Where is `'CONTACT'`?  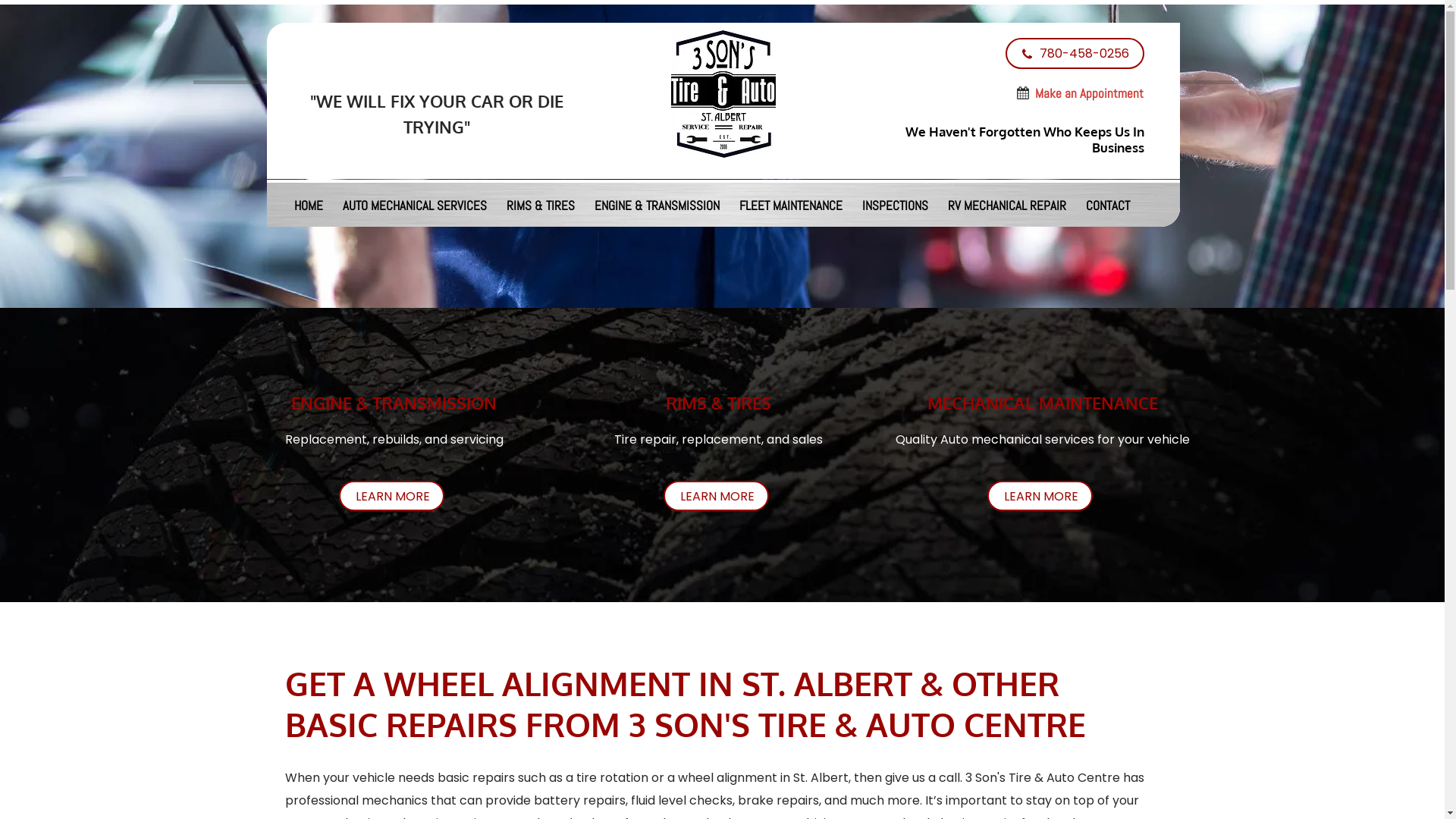
'CONTACT' is located at coordinates (1075, 205).